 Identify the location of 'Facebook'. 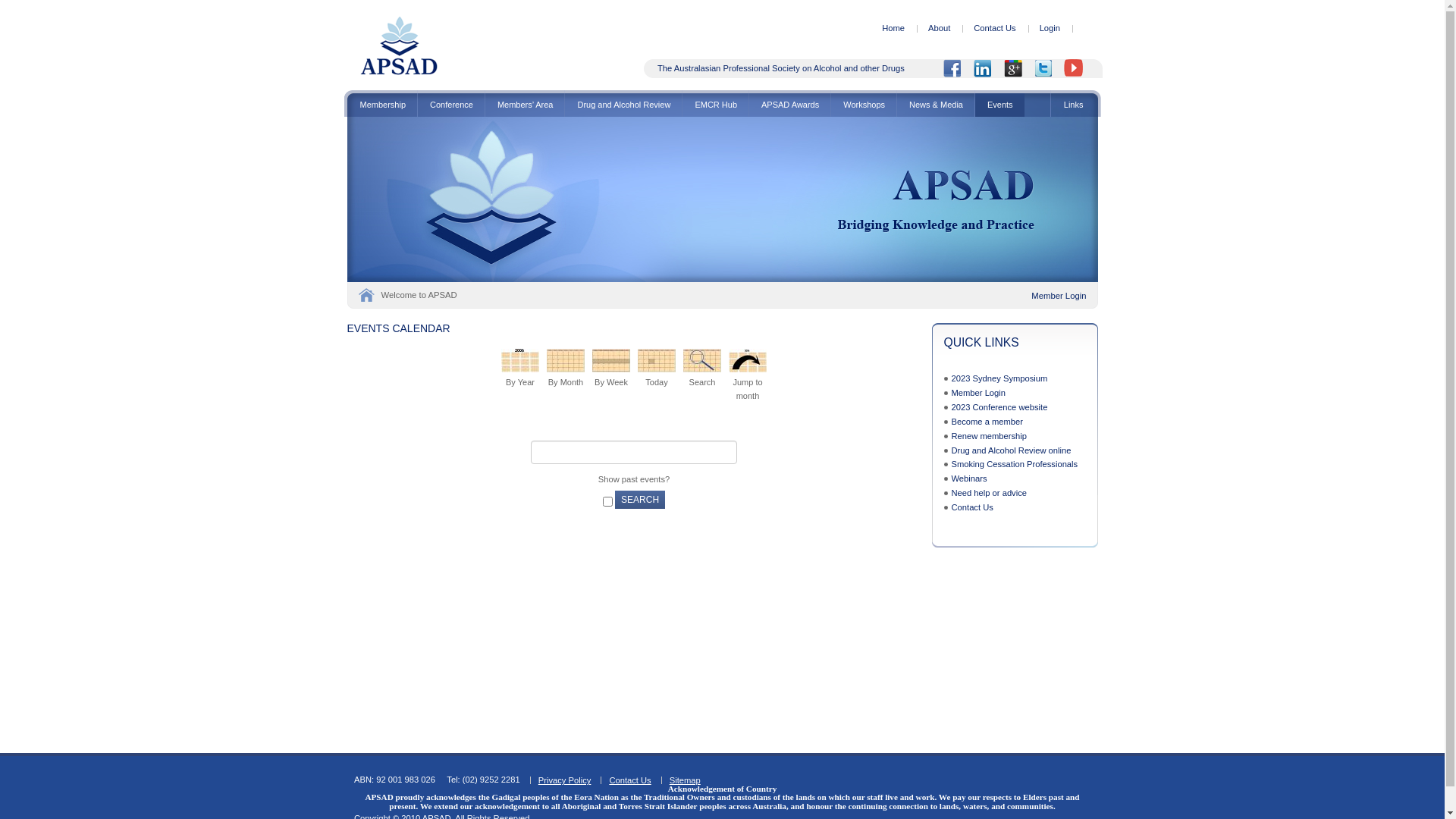
(956, 68).